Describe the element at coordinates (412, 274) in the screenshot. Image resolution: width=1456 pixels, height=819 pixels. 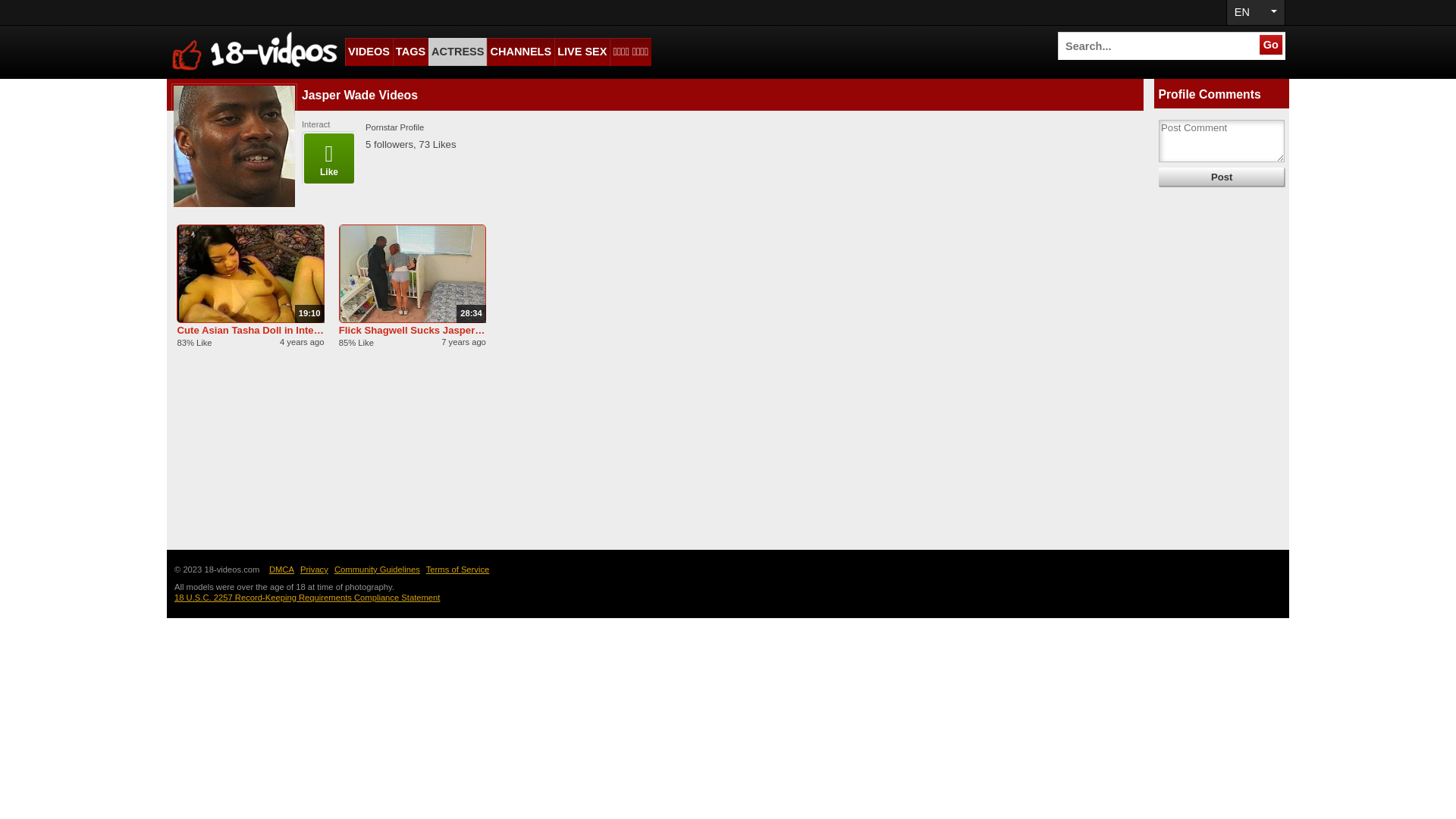
I see `'28:34'` at that location.